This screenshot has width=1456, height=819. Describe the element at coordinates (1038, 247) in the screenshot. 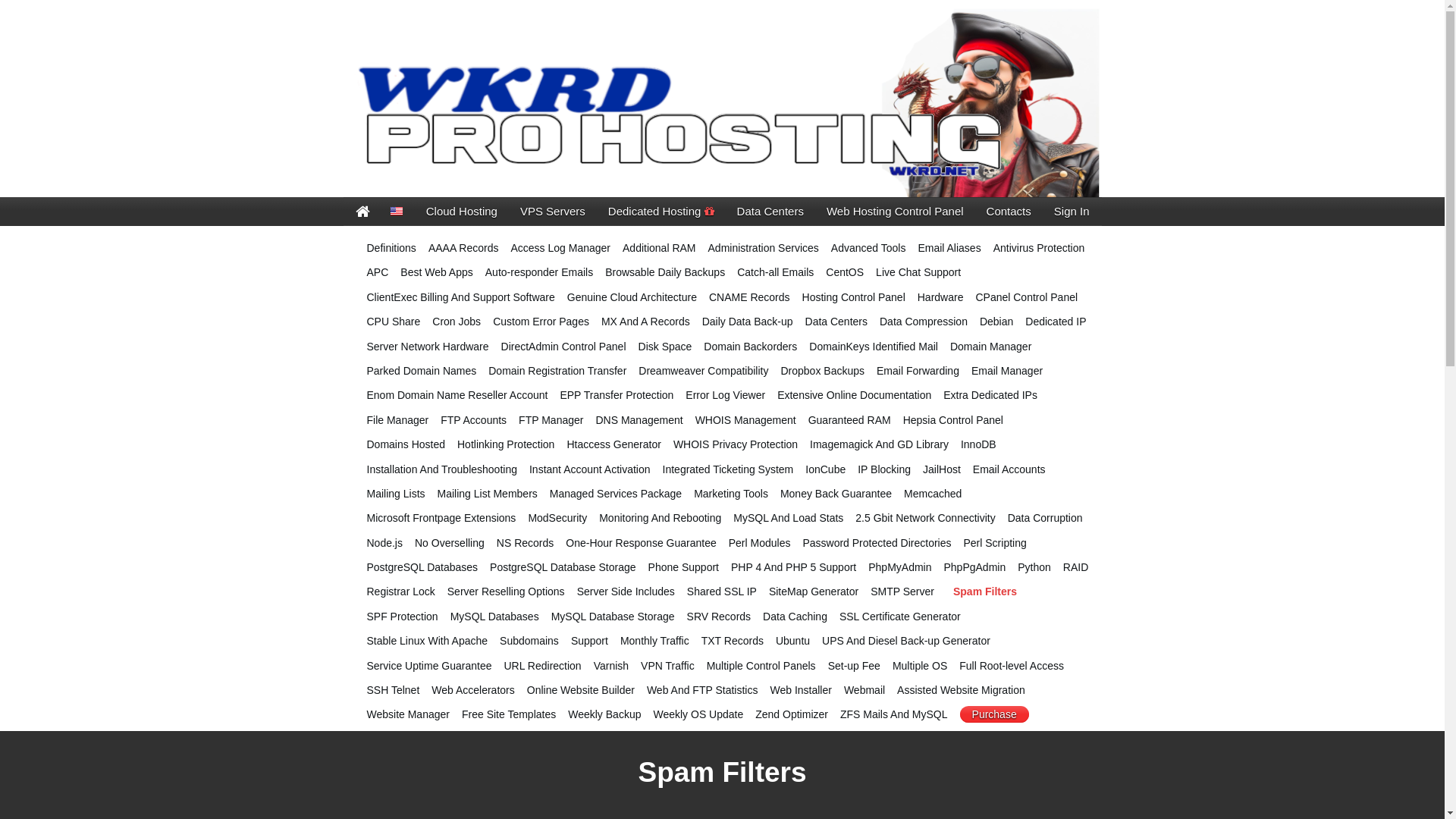

I see `'Antivirus Protection'` at that location.